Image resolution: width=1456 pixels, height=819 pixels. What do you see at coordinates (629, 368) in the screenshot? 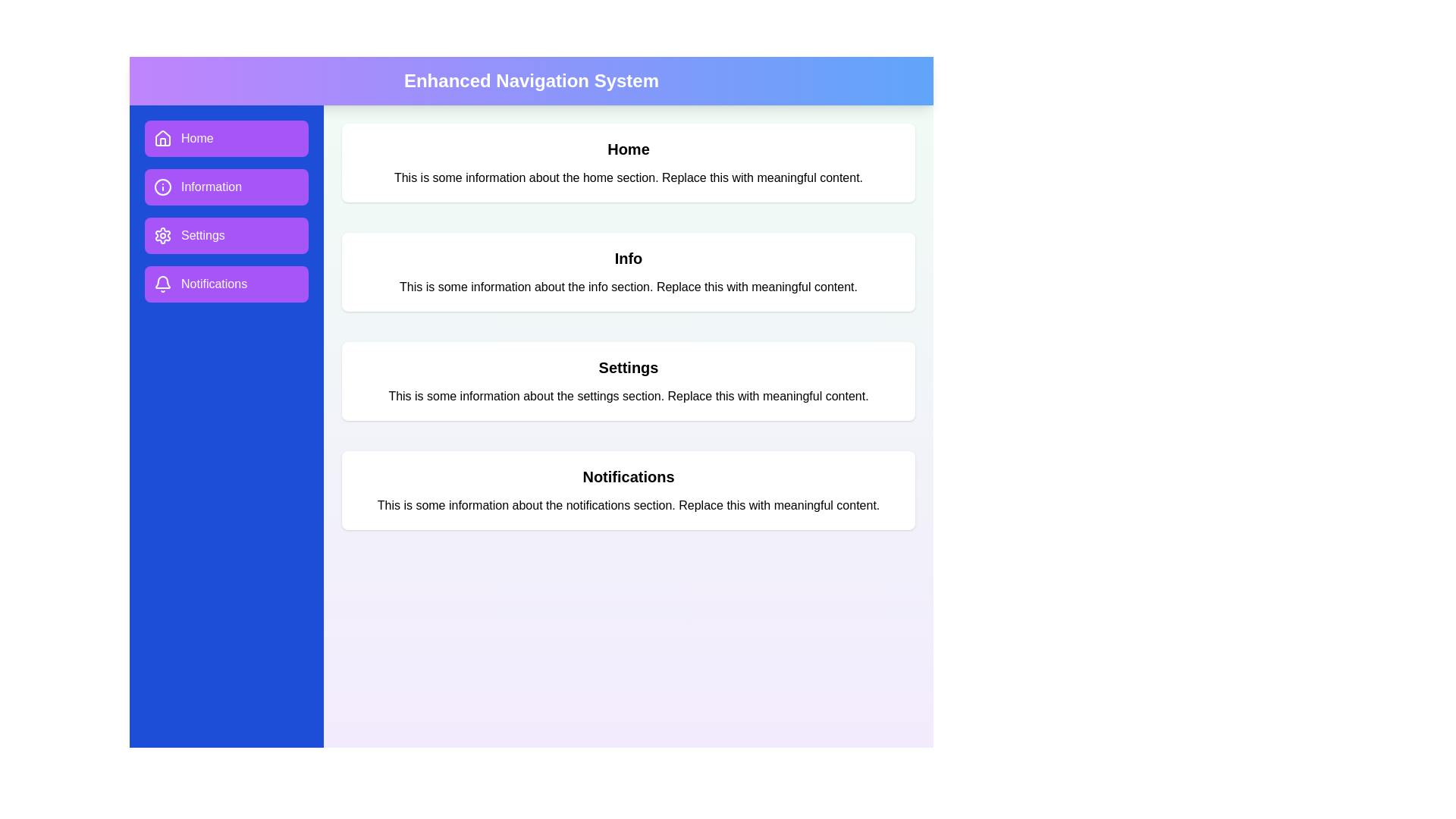
I see `prominently styled textual header labeled 'Settings' located at the upper-middle area of the section card` at bounding box center [629, 368].